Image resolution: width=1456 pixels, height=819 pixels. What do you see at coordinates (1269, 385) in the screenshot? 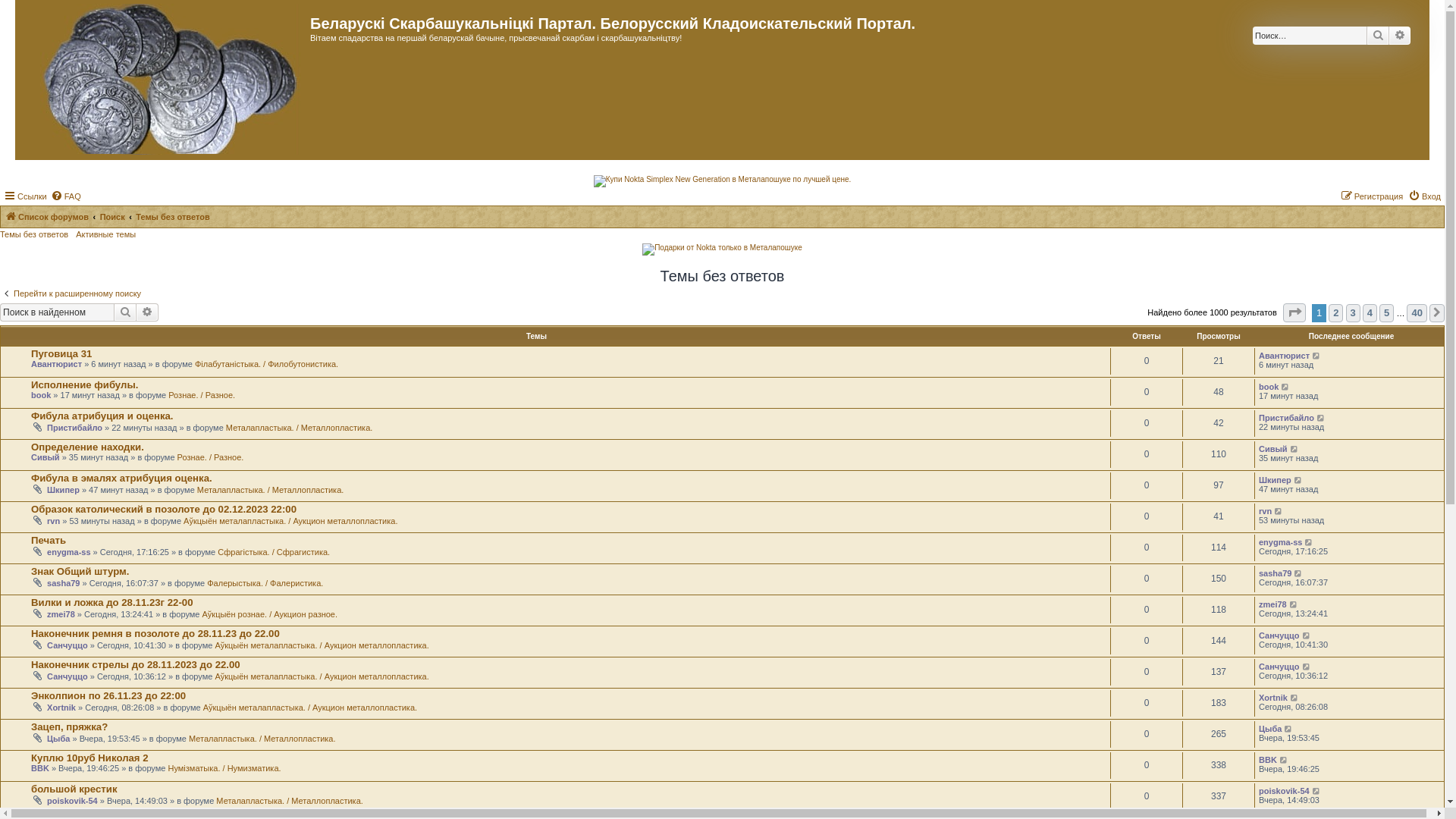
I see `'book'` at bounding box center [1269, 385].